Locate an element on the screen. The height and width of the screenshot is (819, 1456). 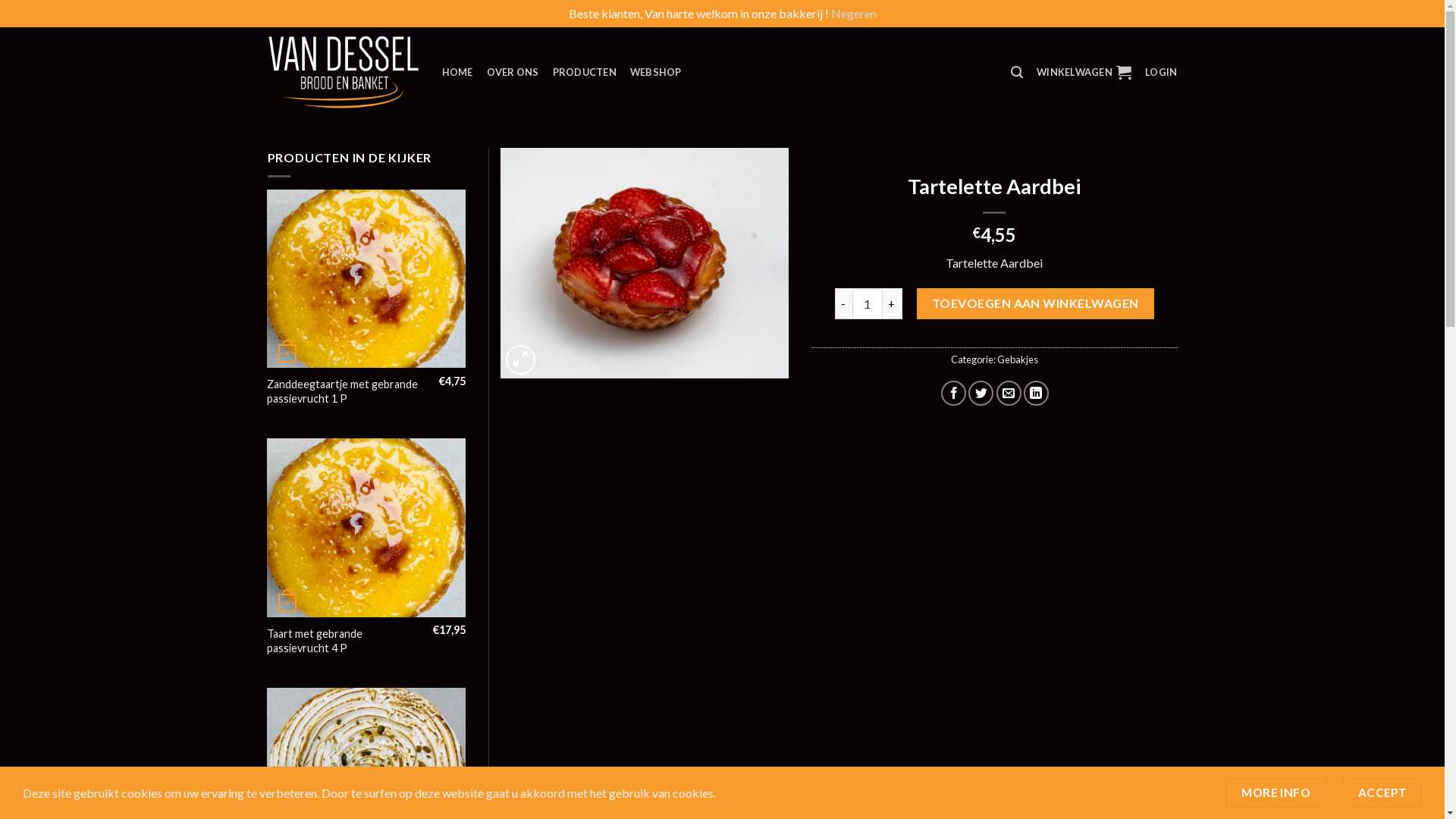
'Email to a Friend' is located at coordinates (1009, 392).